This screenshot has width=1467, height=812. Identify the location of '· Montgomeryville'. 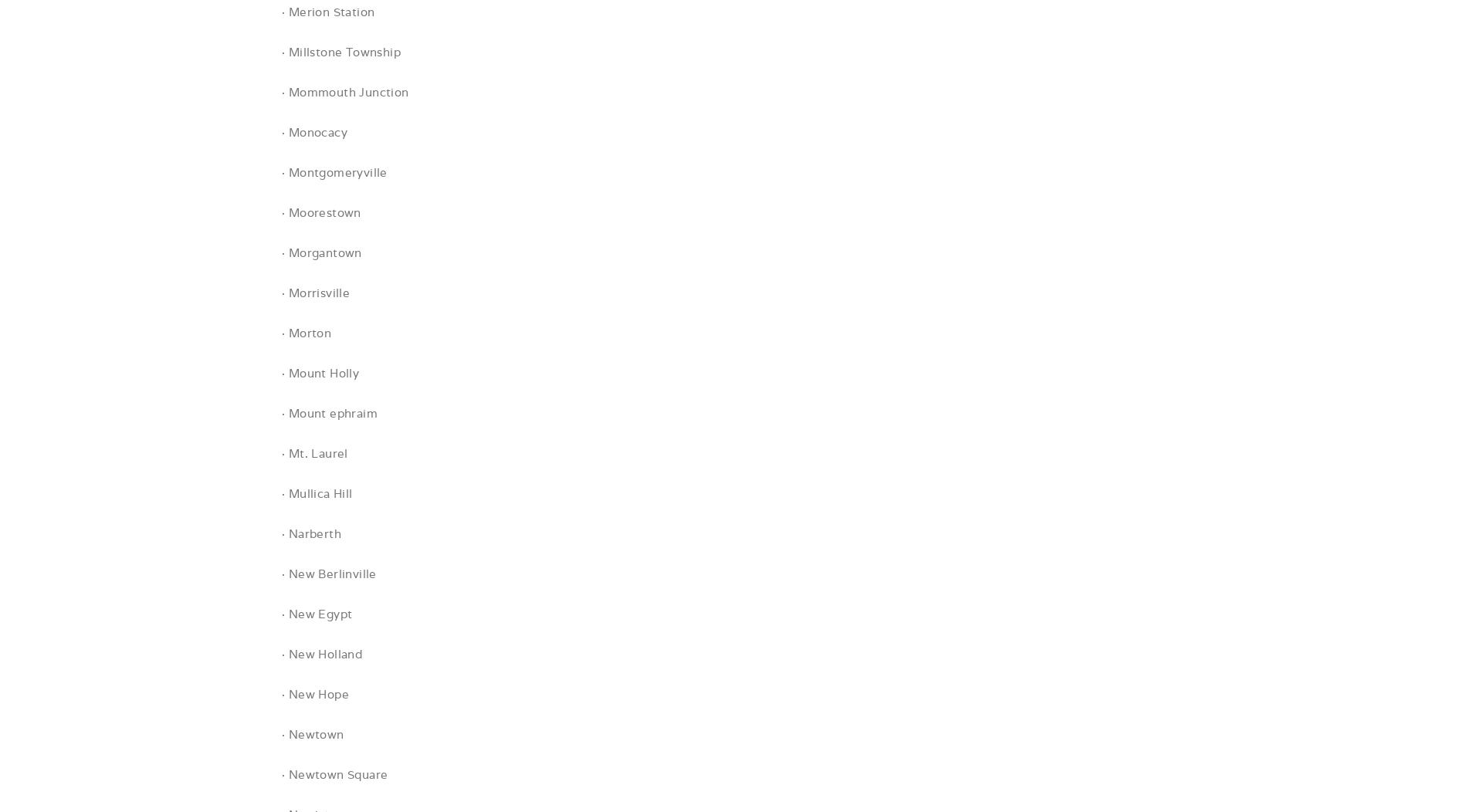
(334, 171).